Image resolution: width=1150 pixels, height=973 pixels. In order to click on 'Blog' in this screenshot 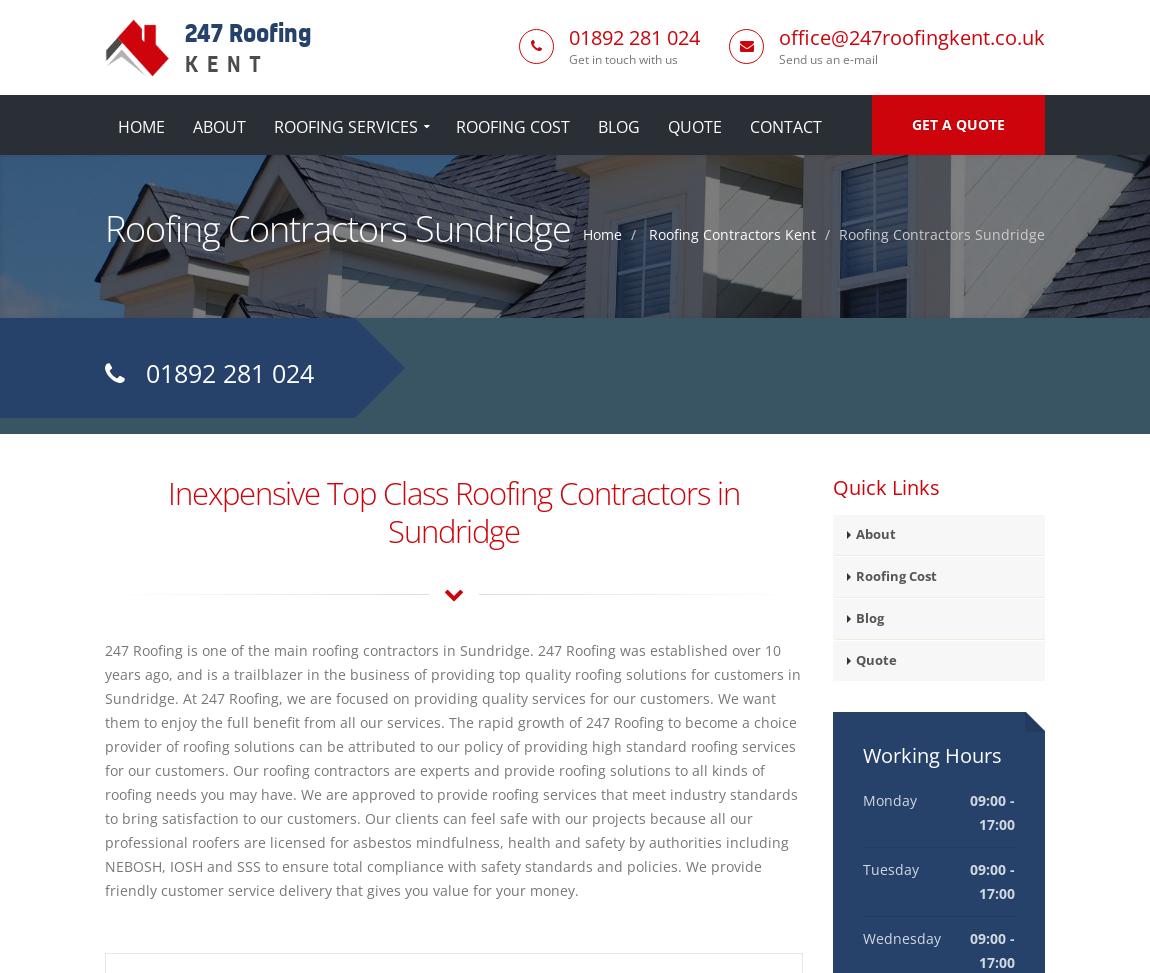, I will do `click(869, 618)`.